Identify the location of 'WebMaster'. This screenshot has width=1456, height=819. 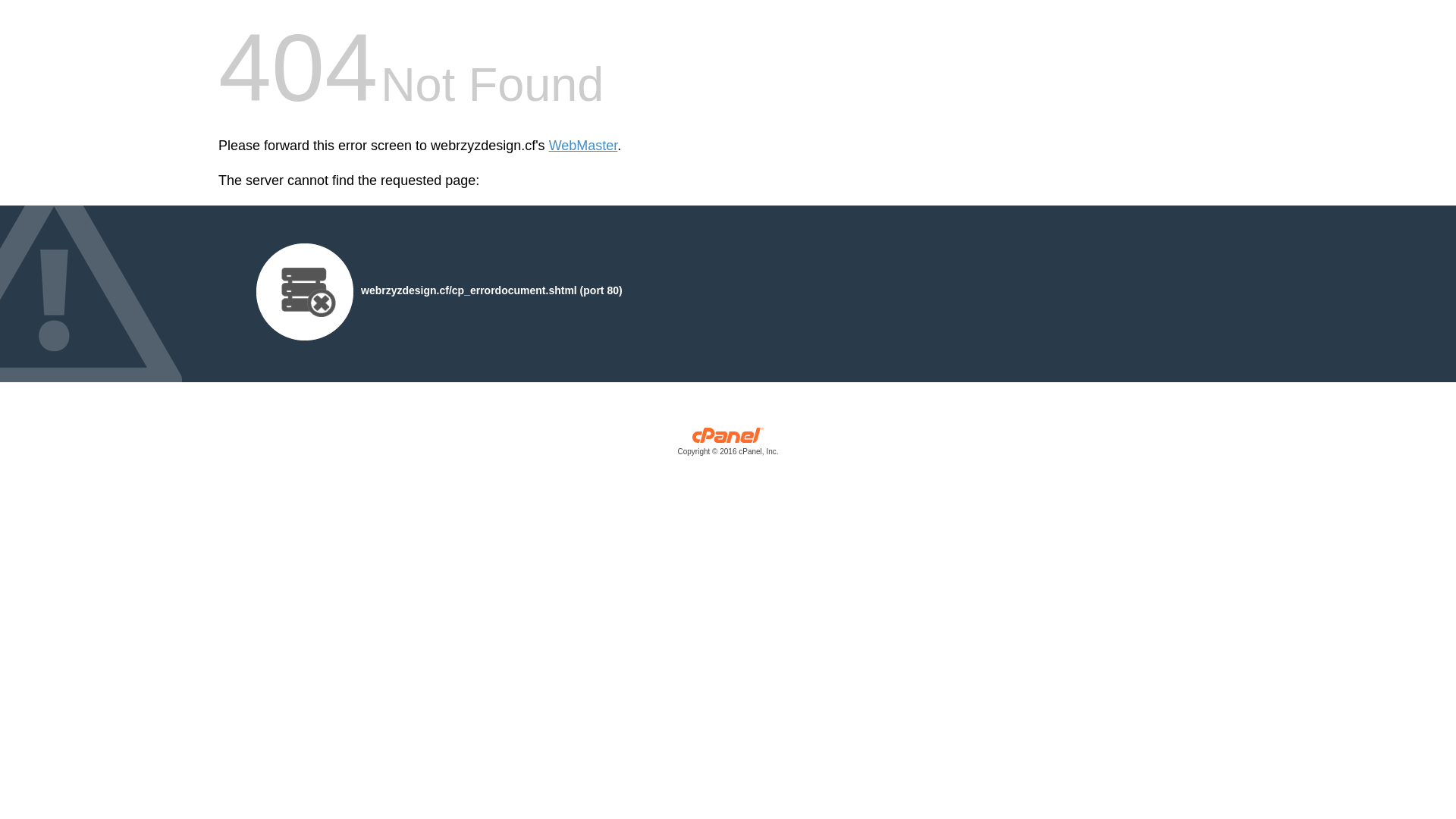
(582, 146).